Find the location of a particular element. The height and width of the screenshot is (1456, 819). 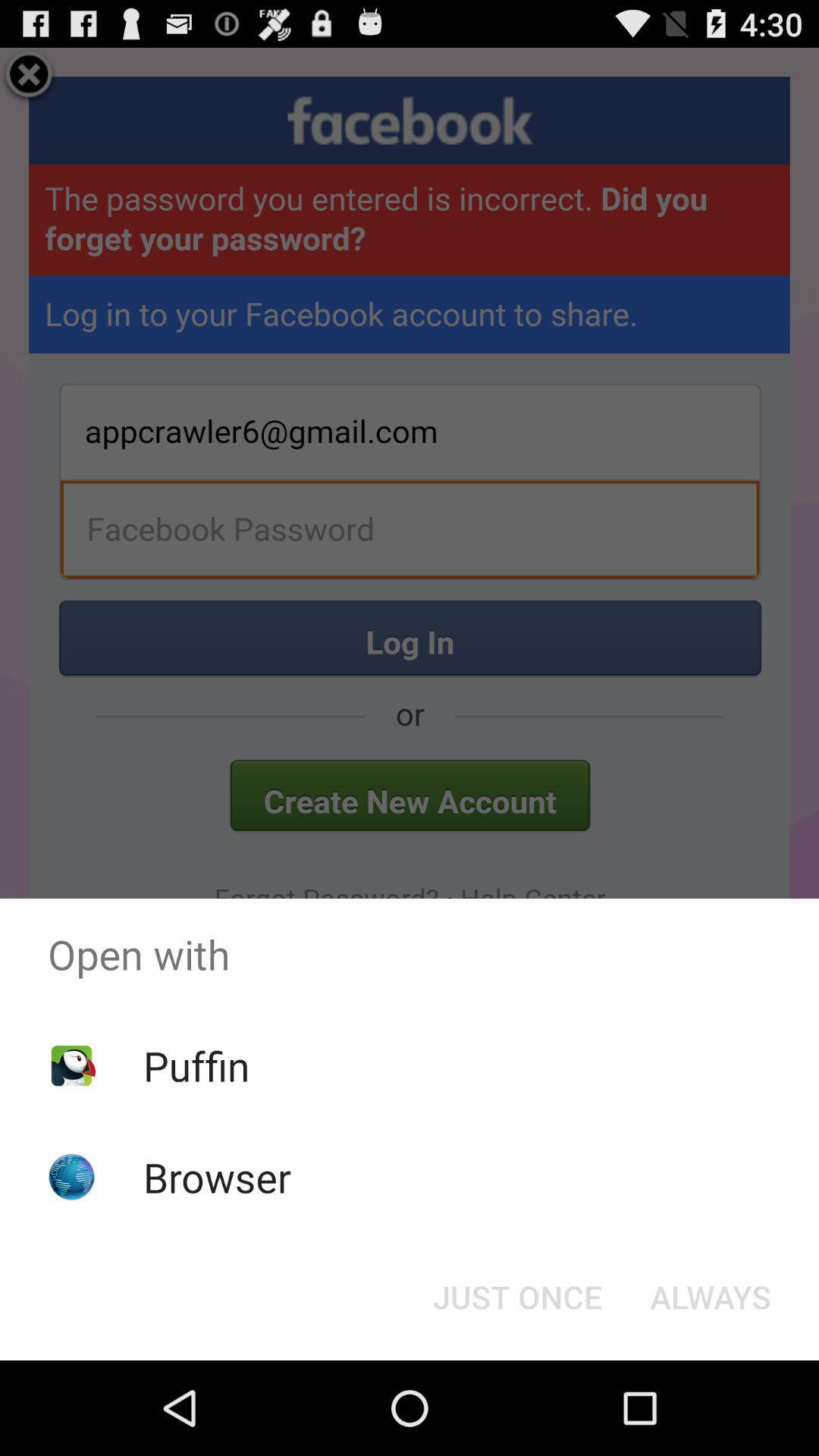

icon below puffin is located at coordinates (217, 1176).